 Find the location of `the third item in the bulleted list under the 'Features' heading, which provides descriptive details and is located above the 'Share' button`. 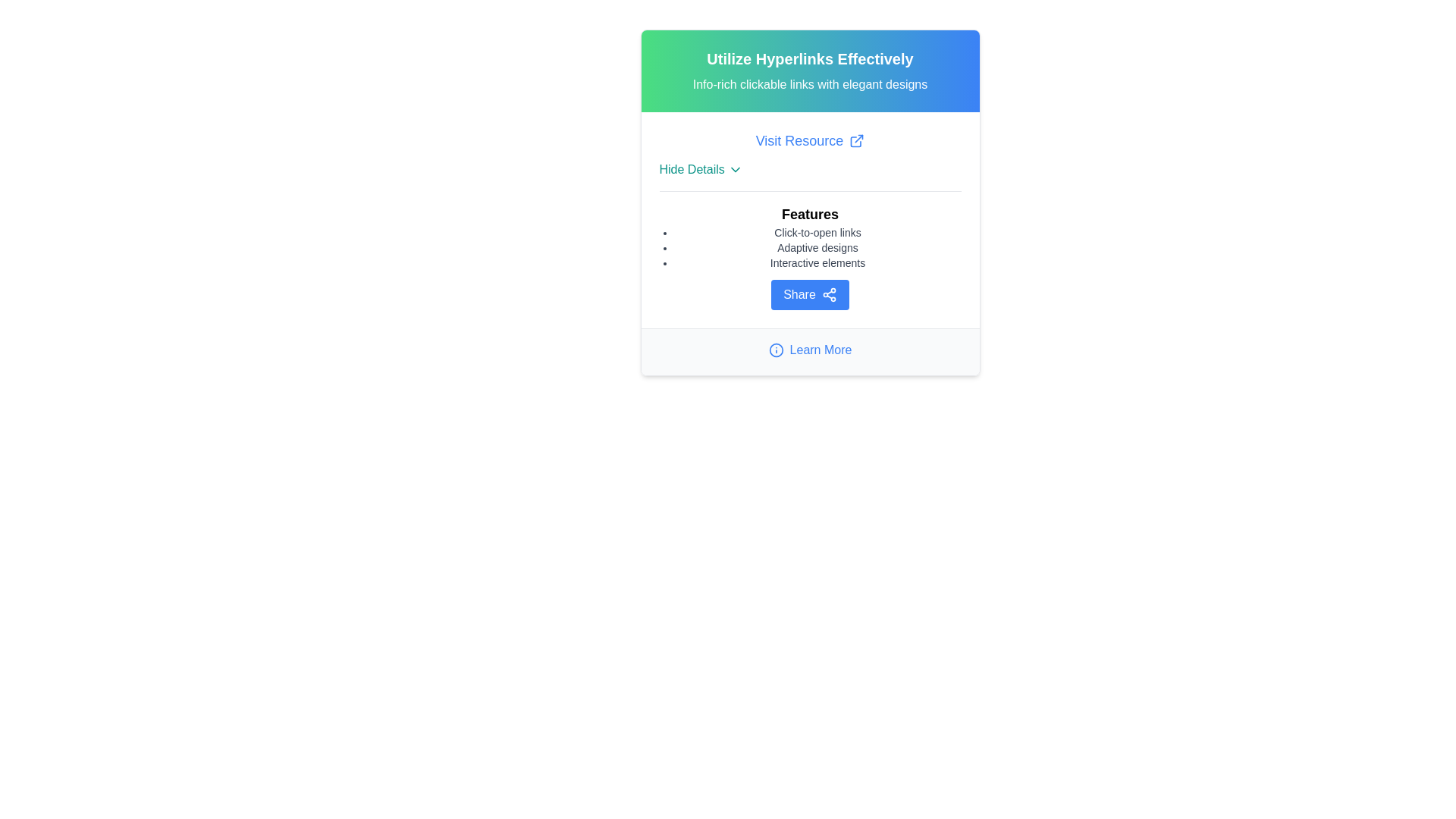

the third item in the bulleted list under the 'Features' heading, which provides descriptive details and is located above the 'Share' button is located at coordinates (817, 262).